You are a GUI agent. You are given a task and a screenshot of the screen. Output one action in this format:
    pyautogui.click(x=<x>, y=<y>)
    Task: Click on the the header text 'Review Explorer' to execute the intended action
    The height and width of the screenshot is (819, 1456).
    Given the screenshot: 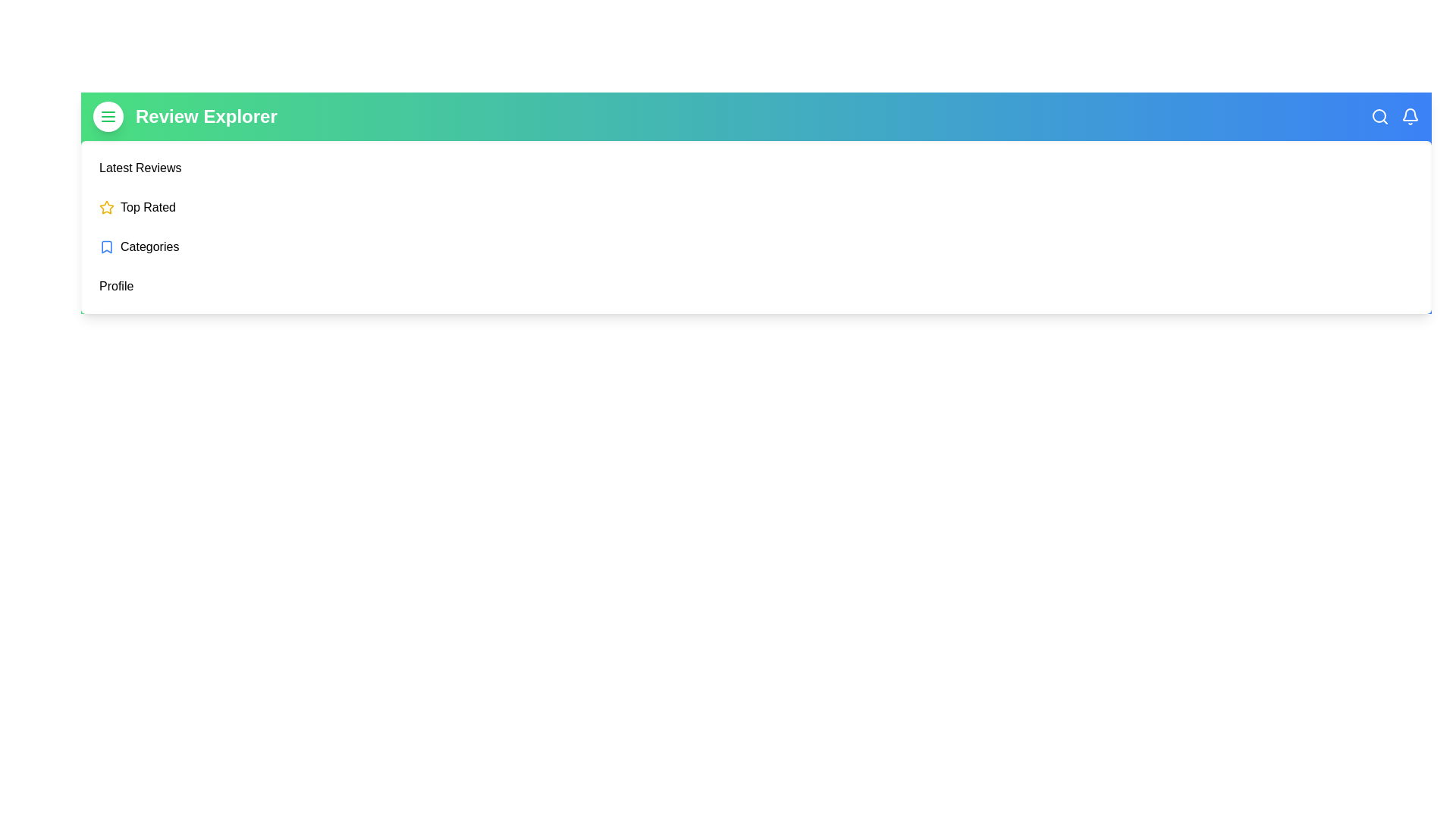 What is the action you would take?
    pyautogui.click(x=206, y=116)
    